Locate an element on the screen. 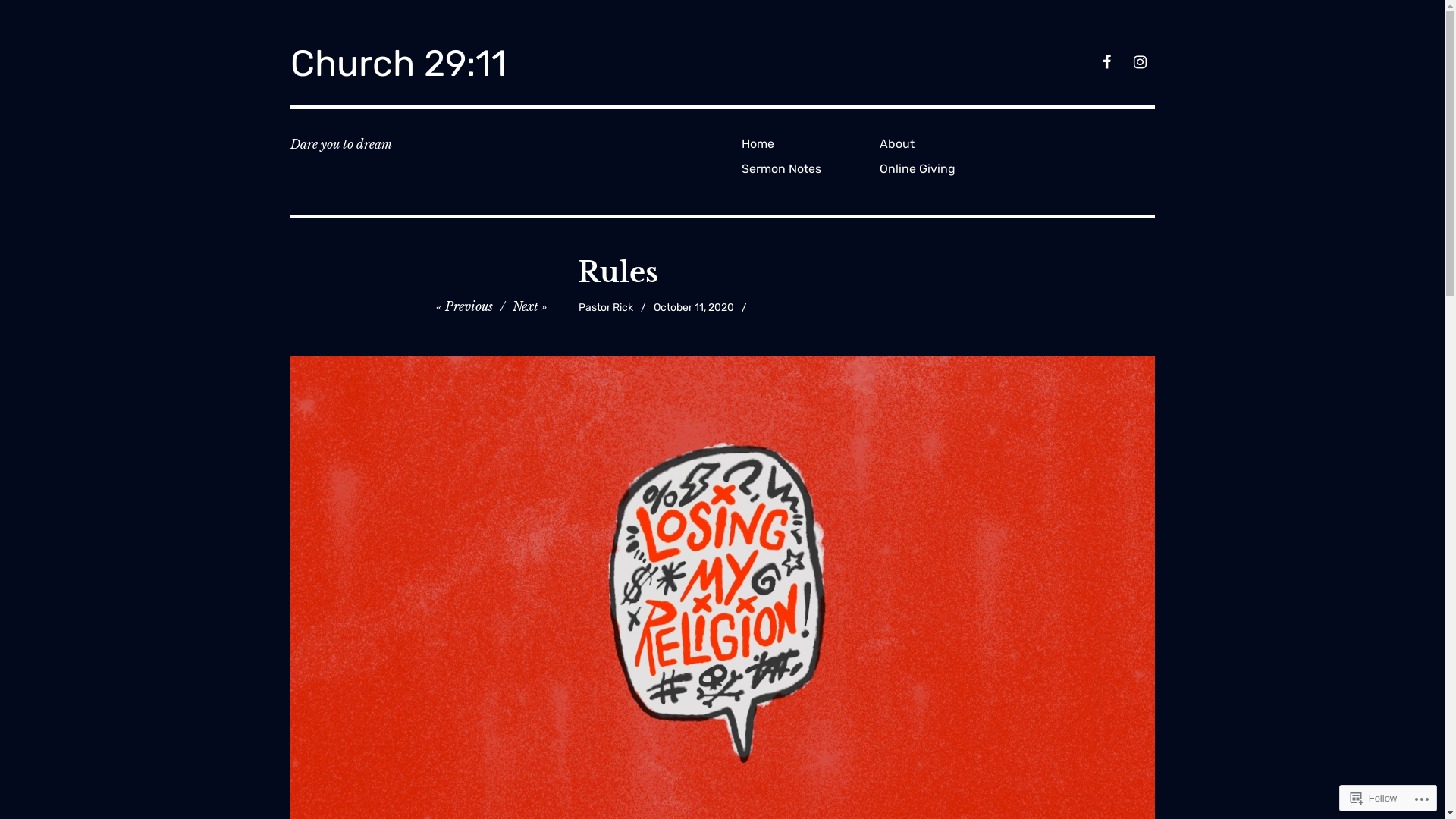  'Previous' is located at coordinates (463, 306).